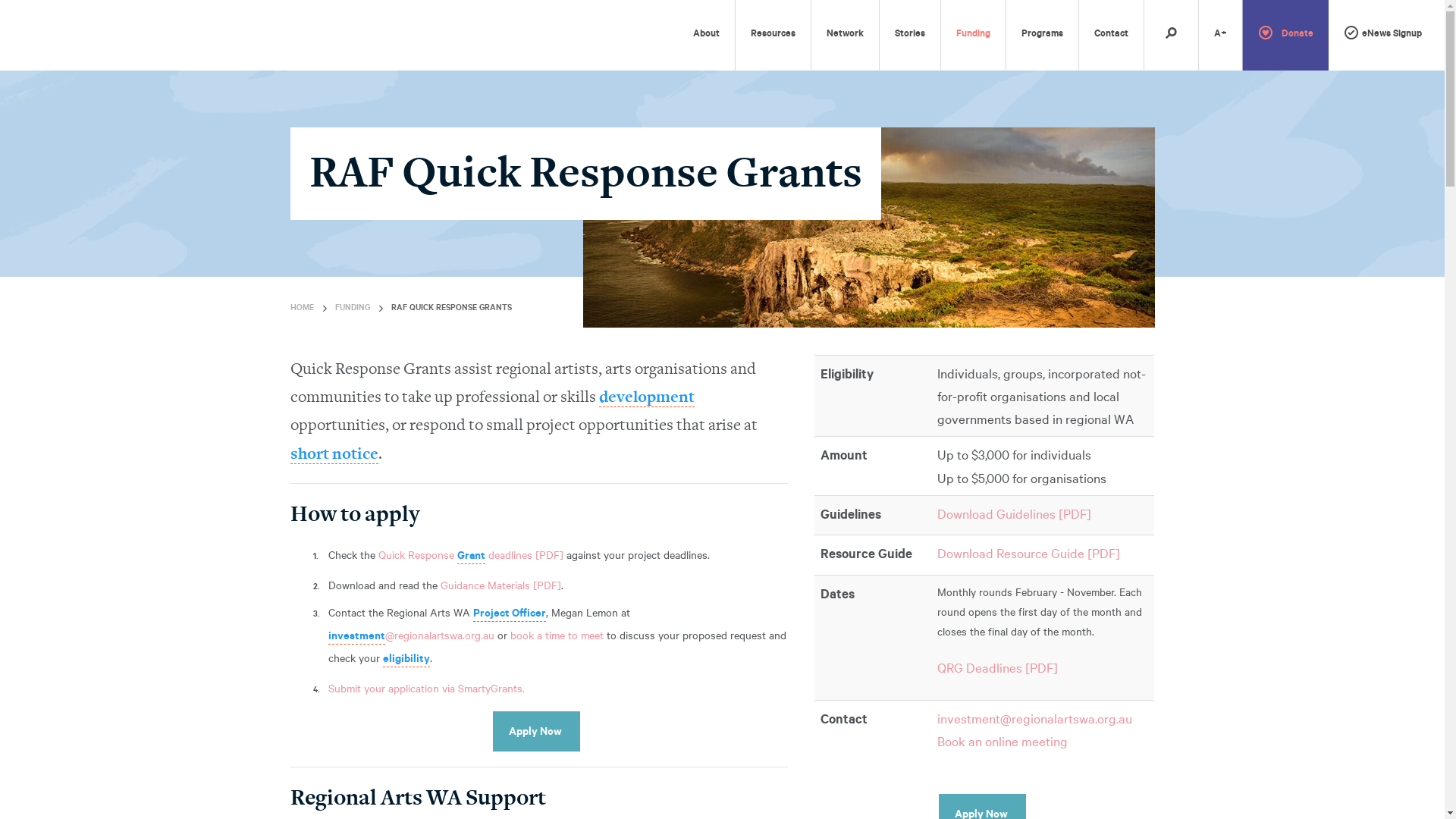  What do you see at coordinates (469, 554) in the screenshot?
I see `'Quick Response Grant deadlines [PDF]'` at bounding box center [469, 554].